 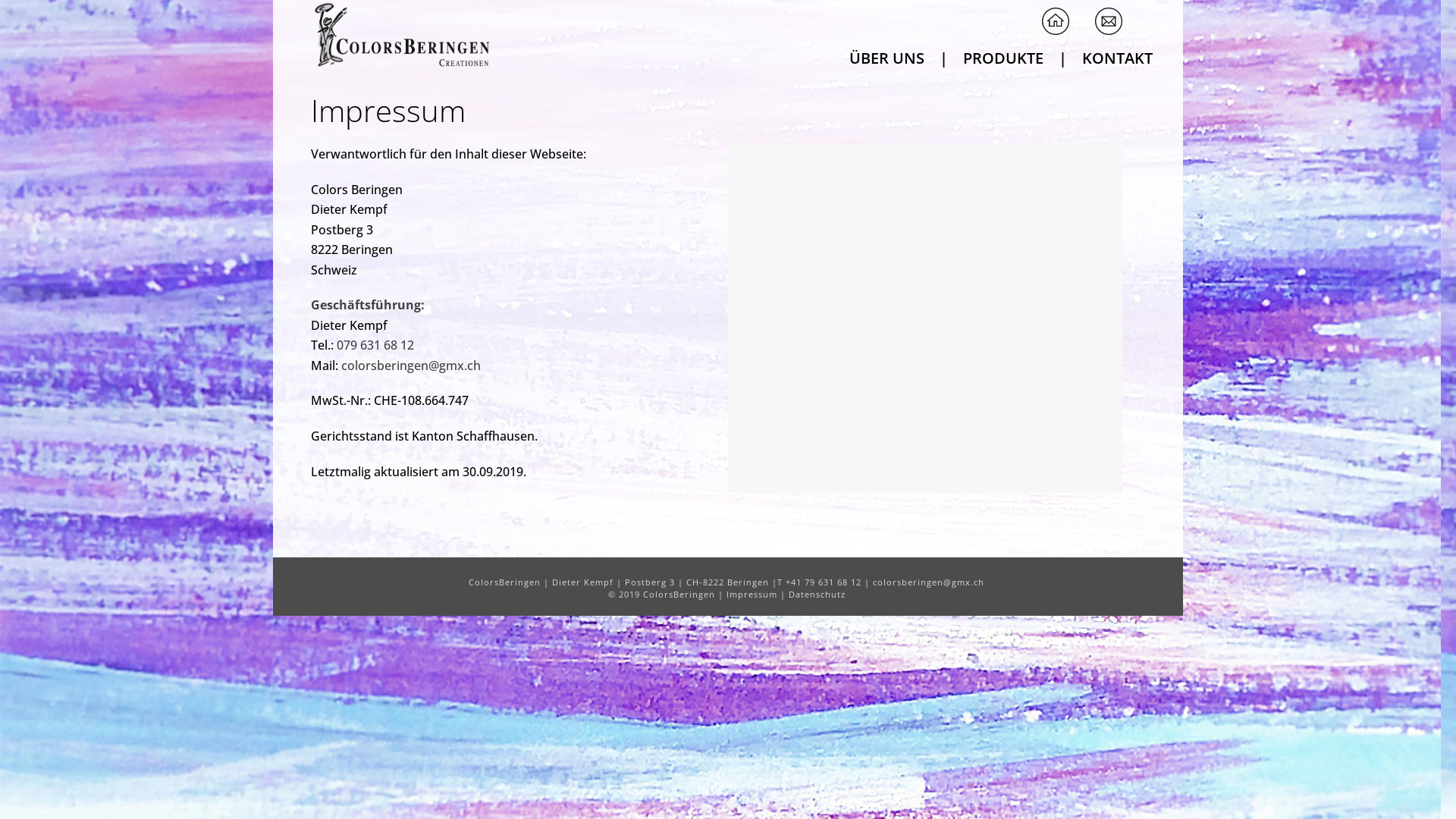 What do you see at coordinates (411, 366) in the screenshot?
I see `'colorsberingen@gmx.ch'` at bounding box center [411, 366].